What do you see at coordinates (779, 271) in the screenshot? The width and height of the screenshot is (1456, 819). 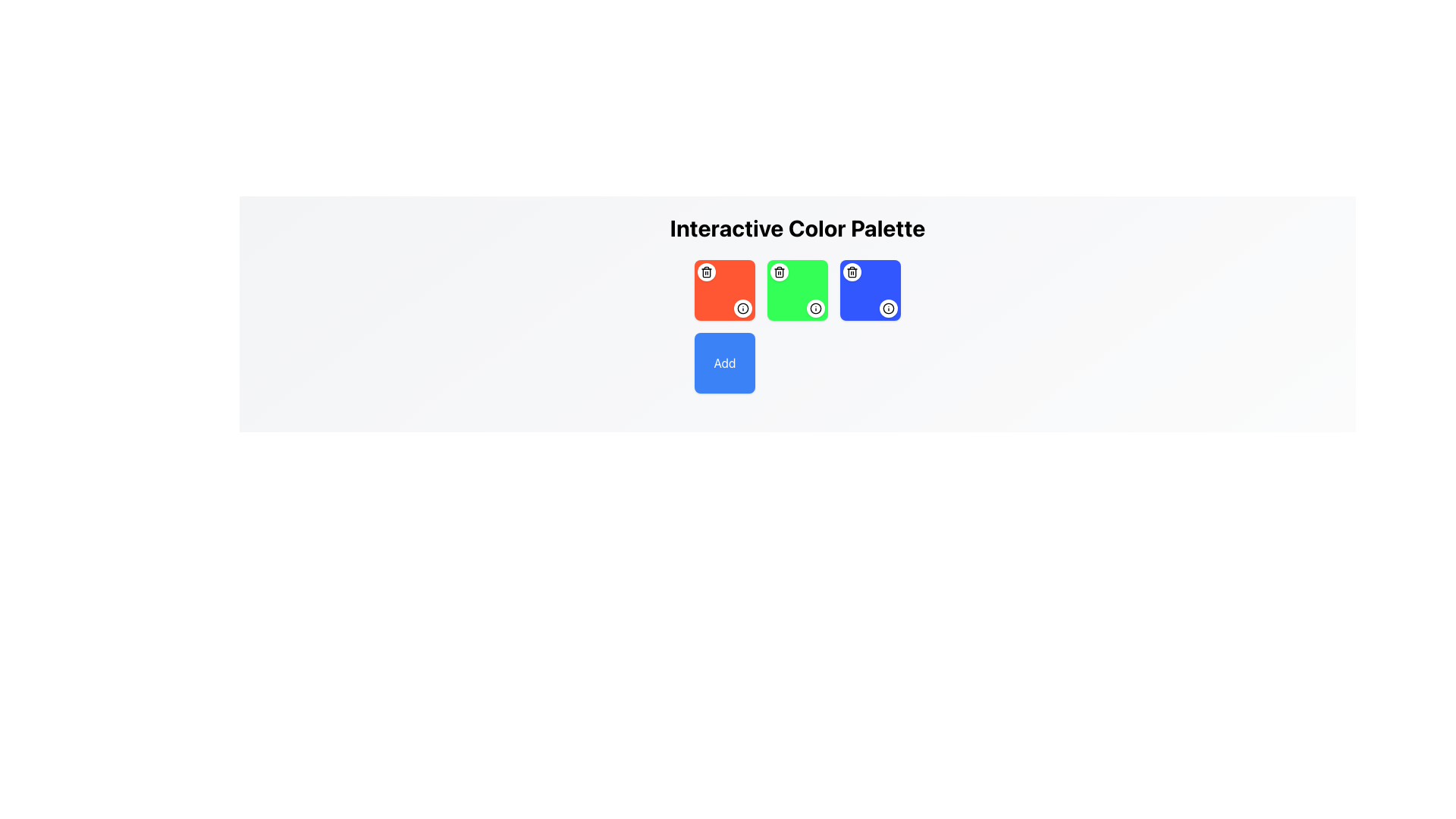 I see `the circular icon button with a trash can icon located at the top-left corner of the green square in the grid` at bounding box center [779, 271].